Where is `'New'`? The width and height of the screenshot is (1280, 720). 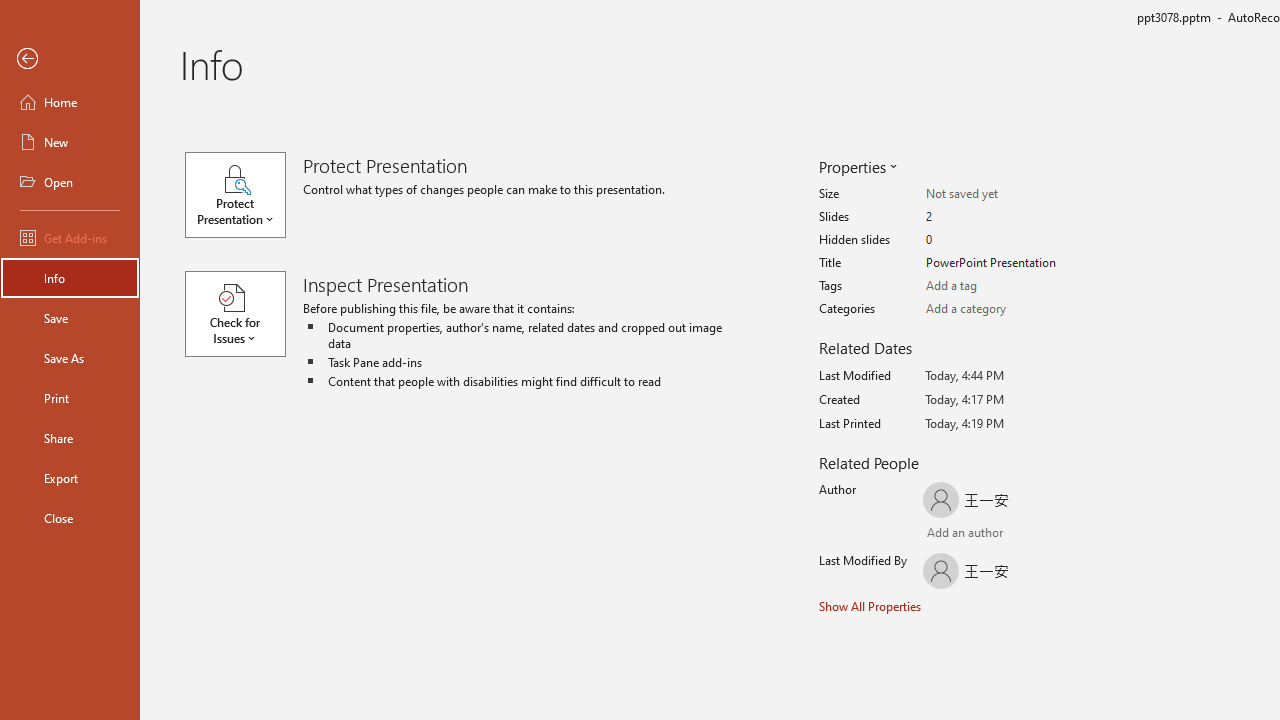 'New' is located at coordinates (69, 140).